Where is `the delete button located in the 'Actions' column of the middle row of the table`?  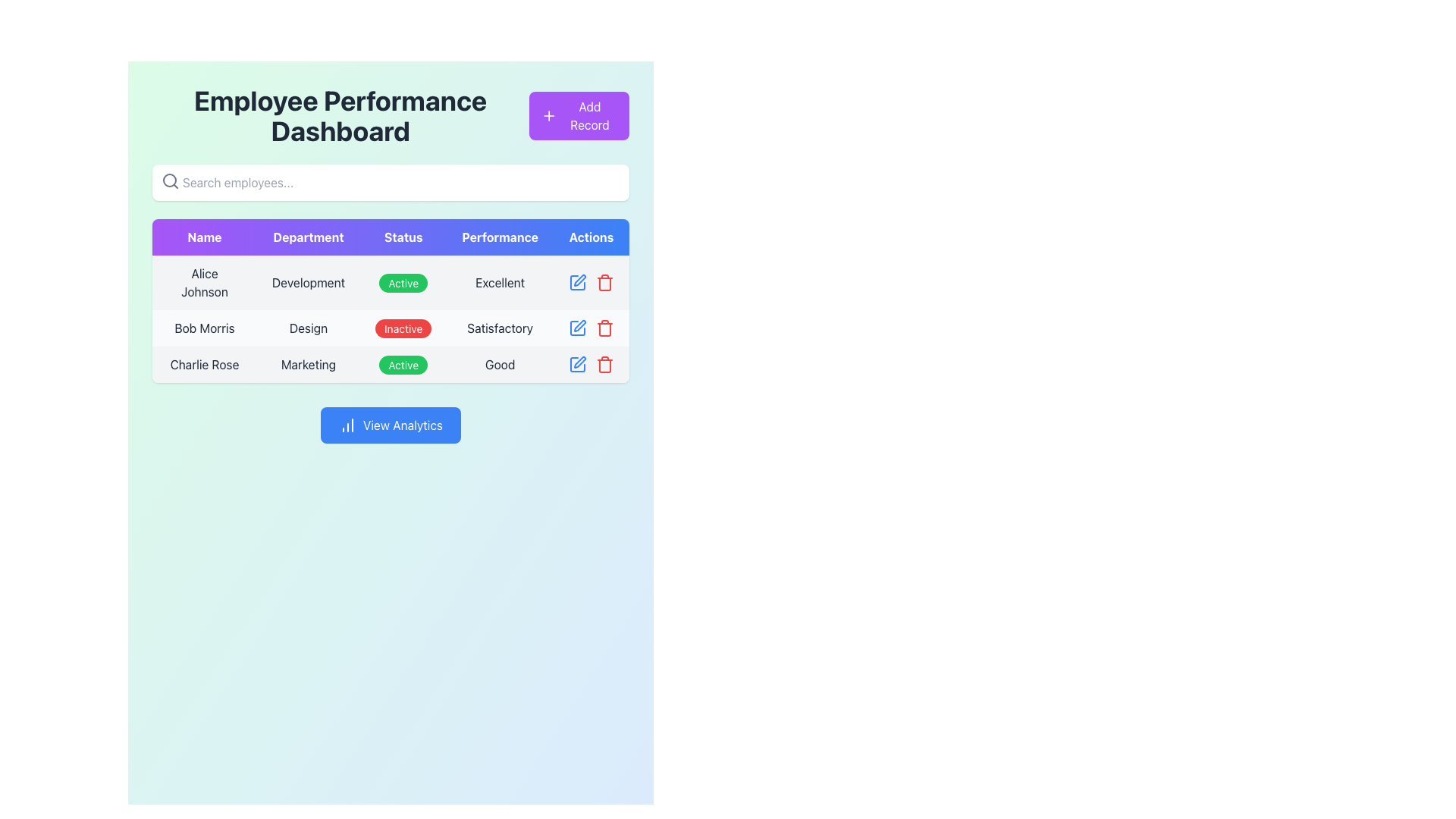 the delete button located in the 'Actions' column of the middle row of the table is located at coordinates (604, 283).